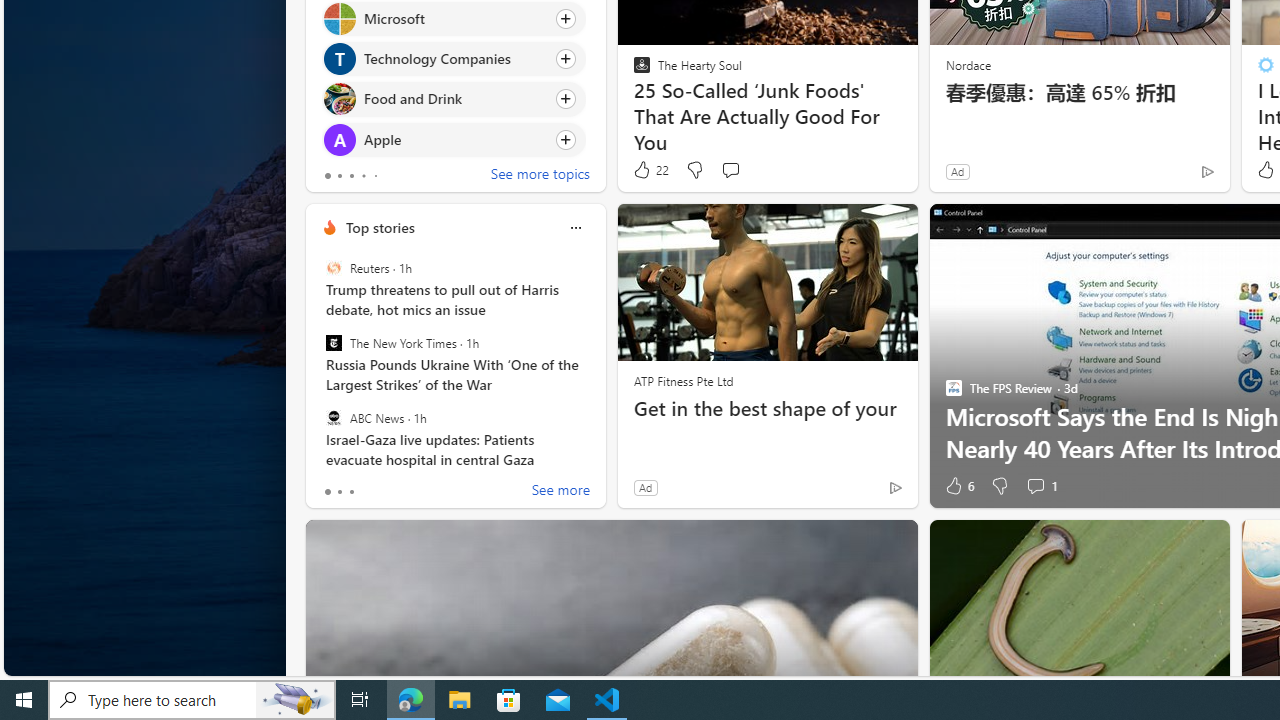 The image size is (1280, 720). Describe the element at coordinates (327, 492) in the screenshot. I see `'tab-0'` at that location.